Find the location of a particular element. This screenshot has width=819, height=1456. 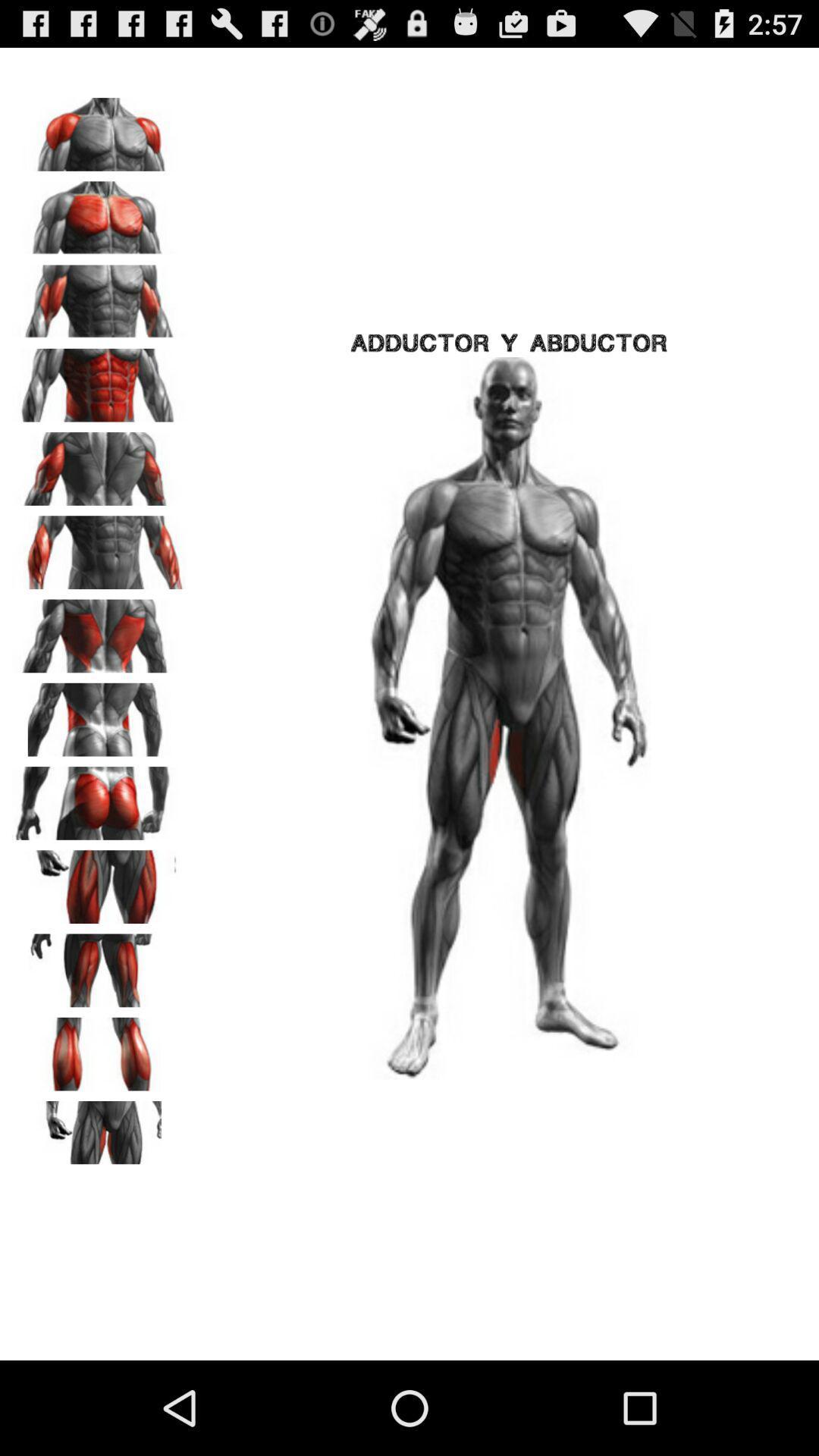

the icon next to the adductor y abductor item is located at coordinates (99, 380).